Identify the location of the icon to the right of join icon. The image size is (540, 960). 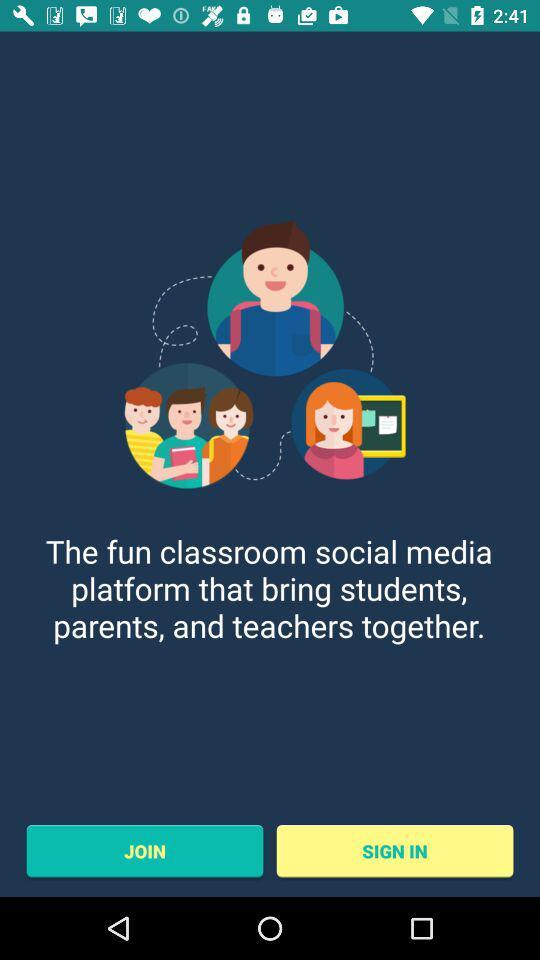
(395, 850).